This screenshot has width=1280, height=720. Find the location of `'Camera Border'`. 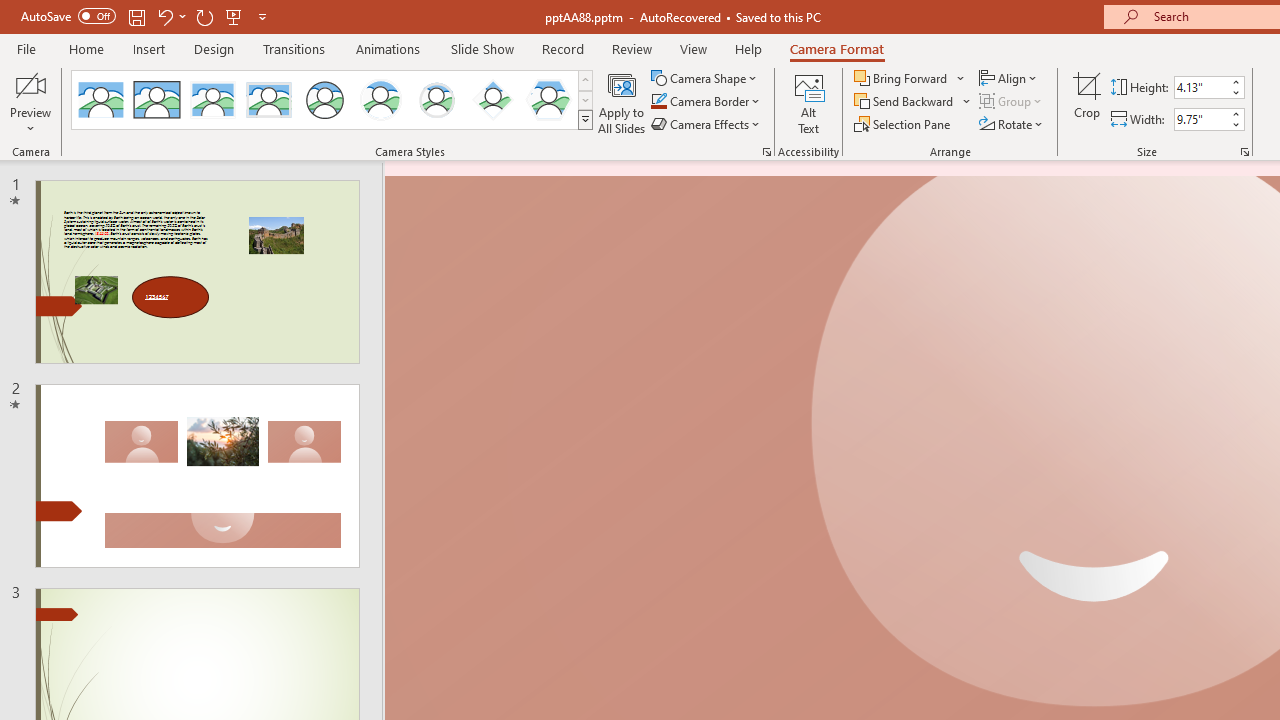

'Camera Border' is located at coordinates (706, 101).